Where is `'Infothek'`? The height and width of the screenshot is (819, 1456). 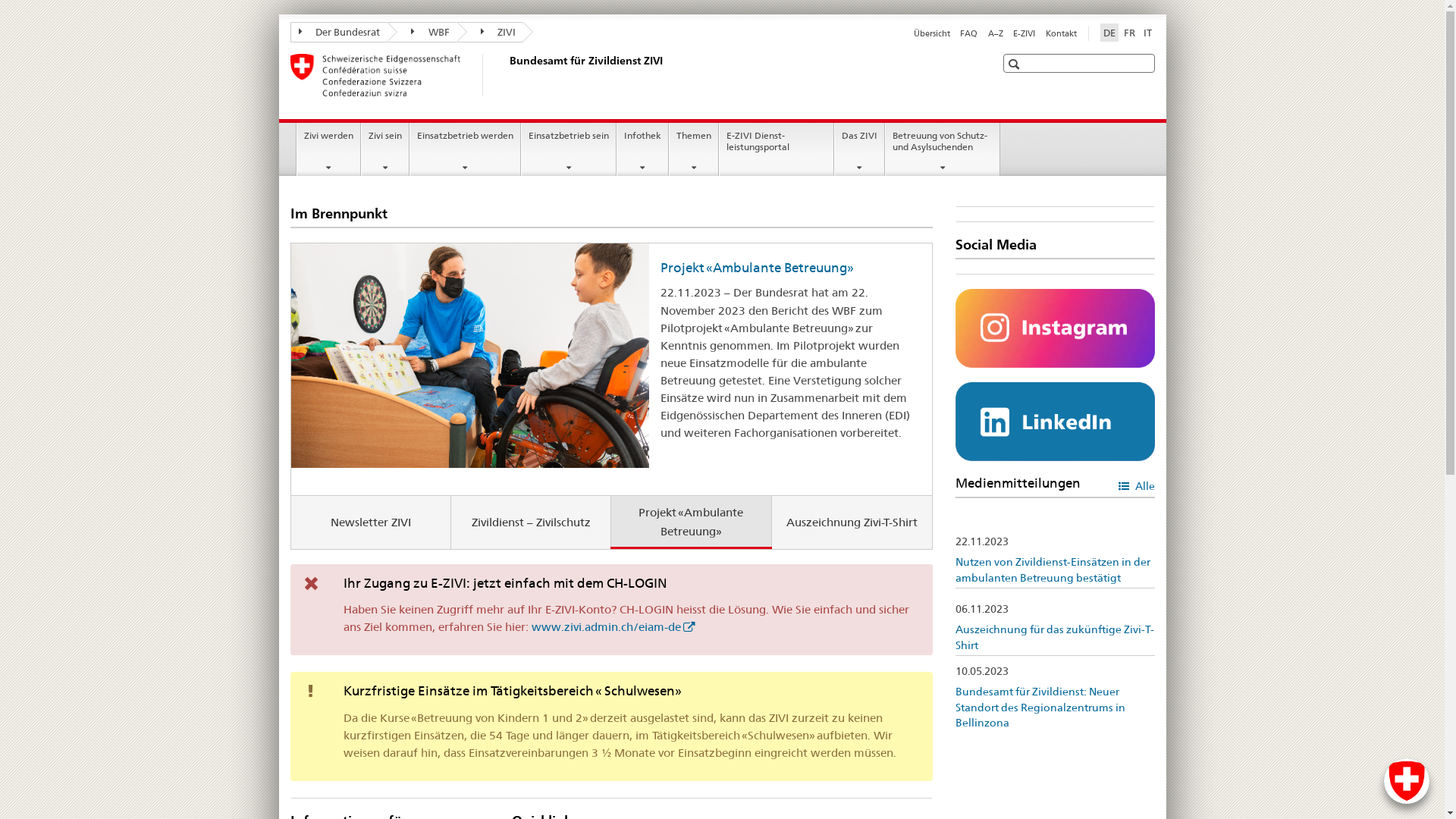
'Infothek' is located at coordinates (642, 149).